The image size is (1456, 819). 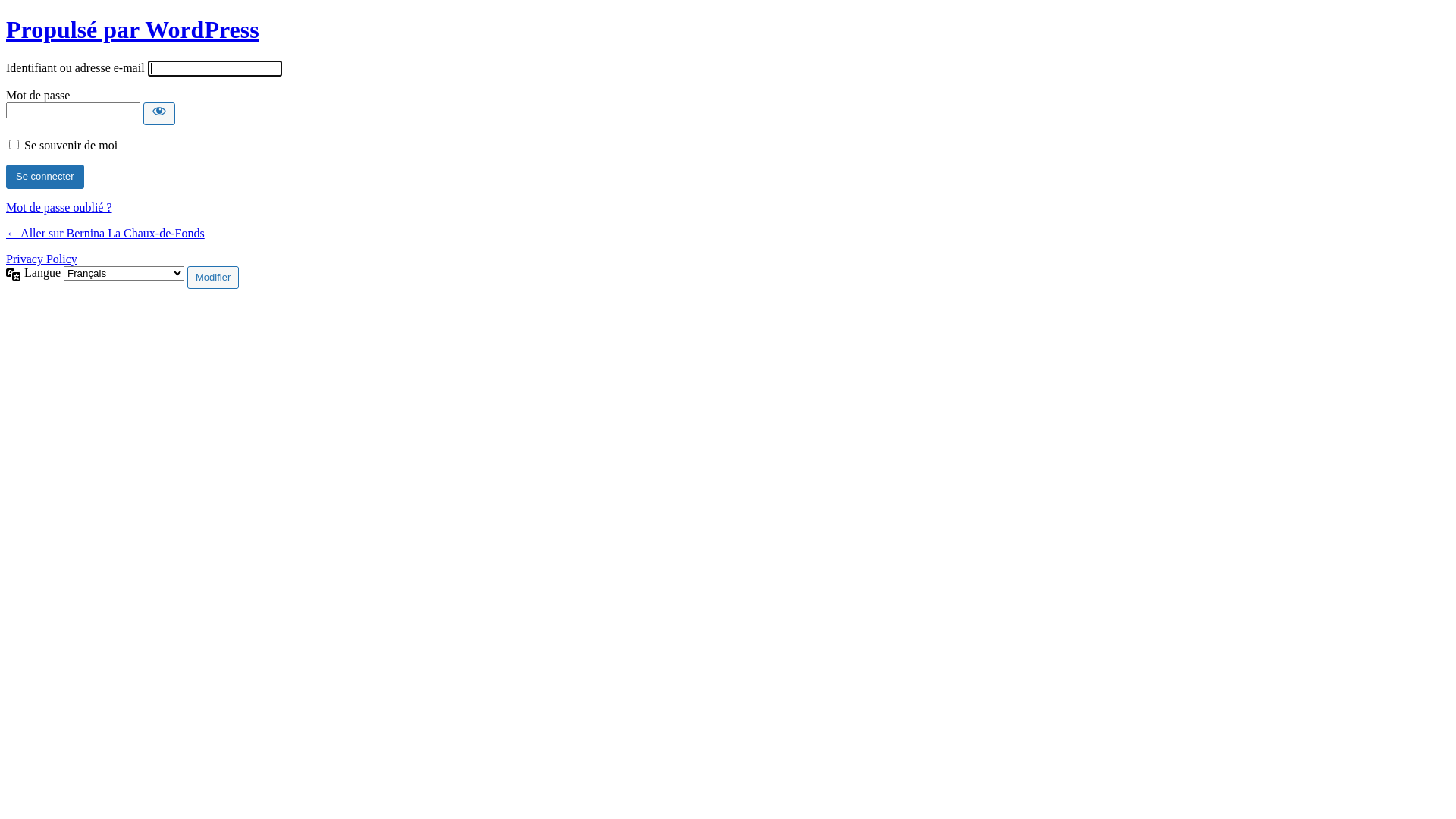 What do you see at coordinates (41, 258) in the screenshot?
I see `'Privacy Policy'` at bounding box center [41, 258].